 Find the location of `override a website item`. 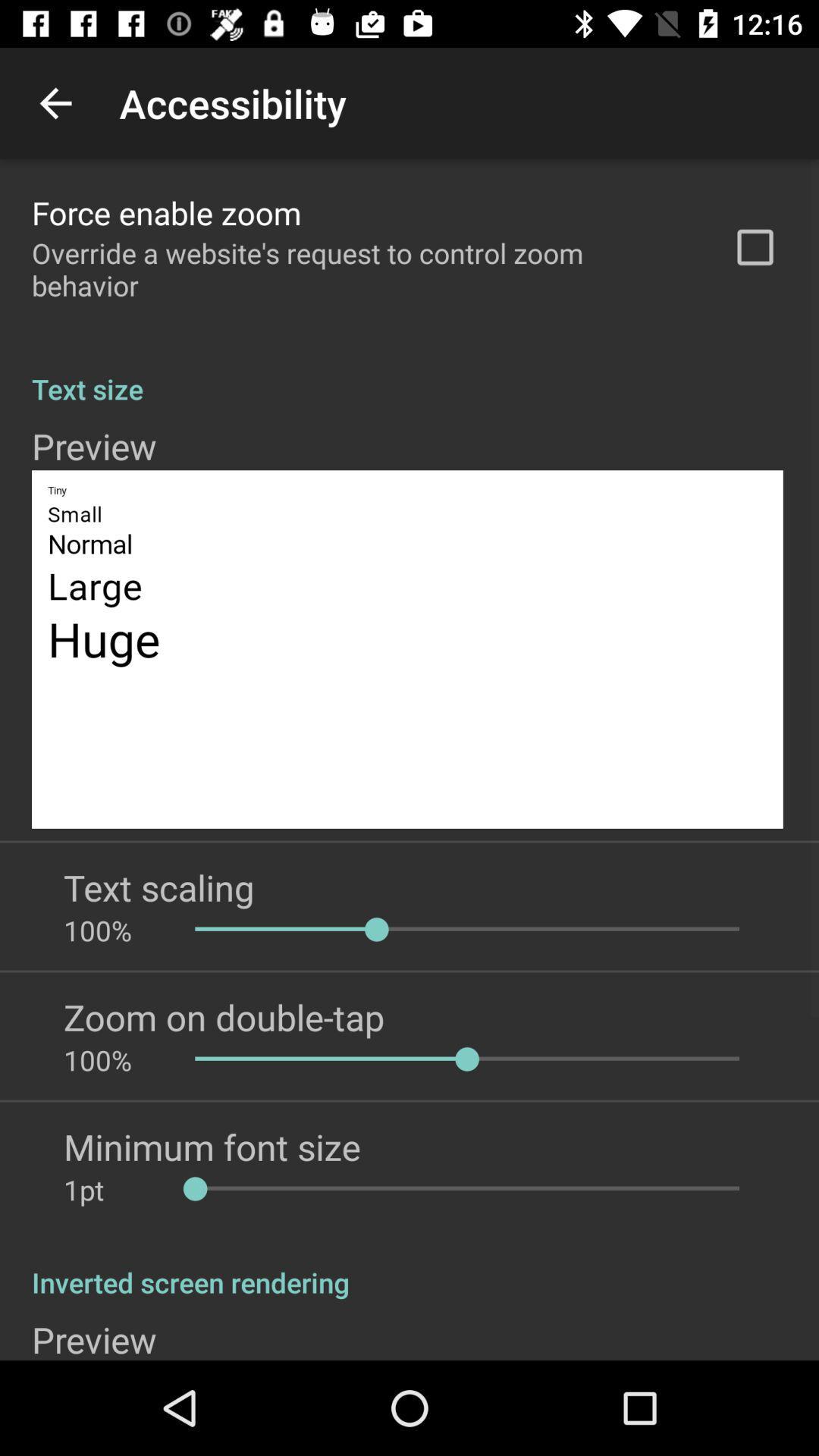

override a website item is located at coordinates (362, 269).